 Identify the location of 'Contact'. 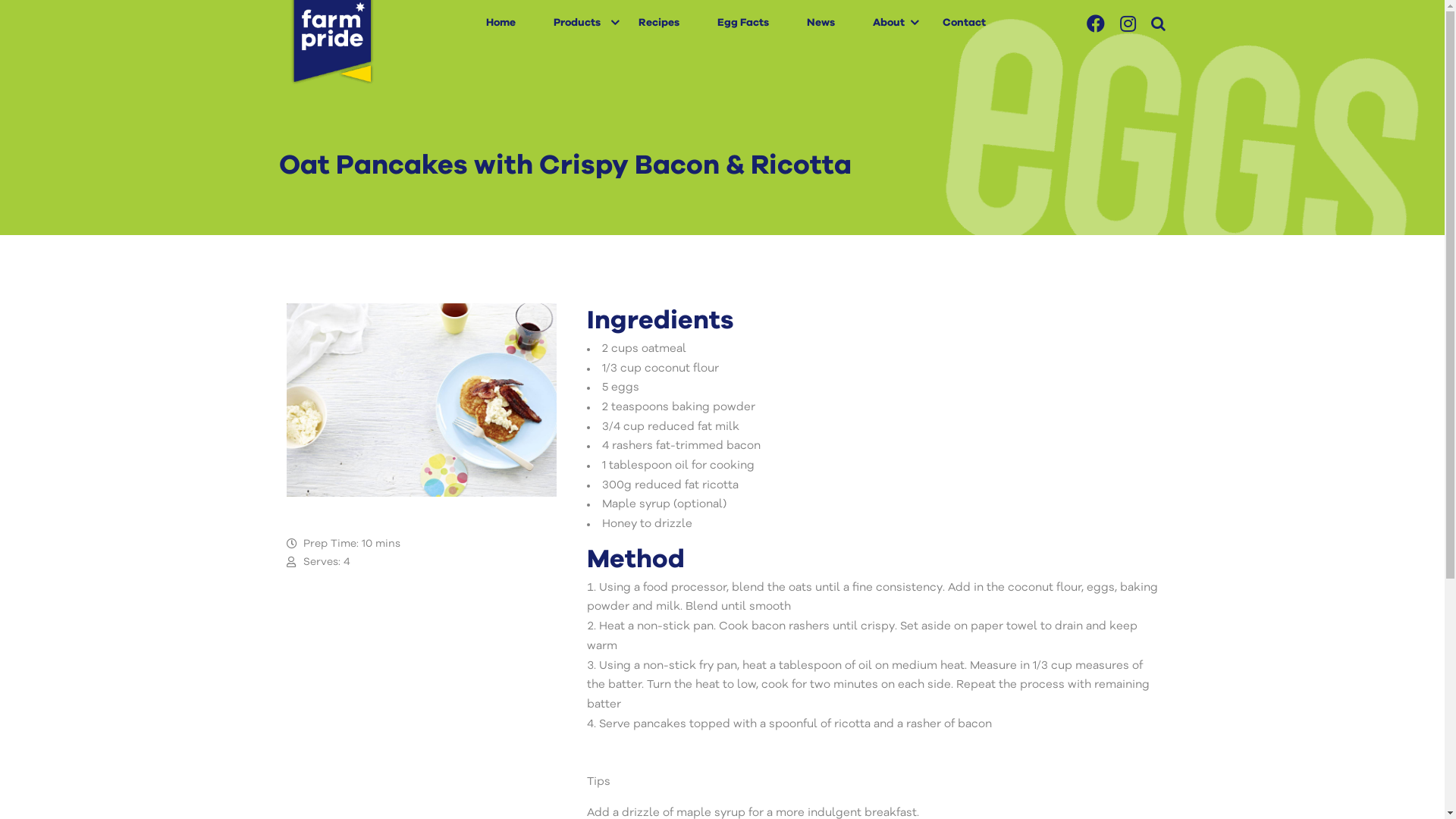
(963, 23).